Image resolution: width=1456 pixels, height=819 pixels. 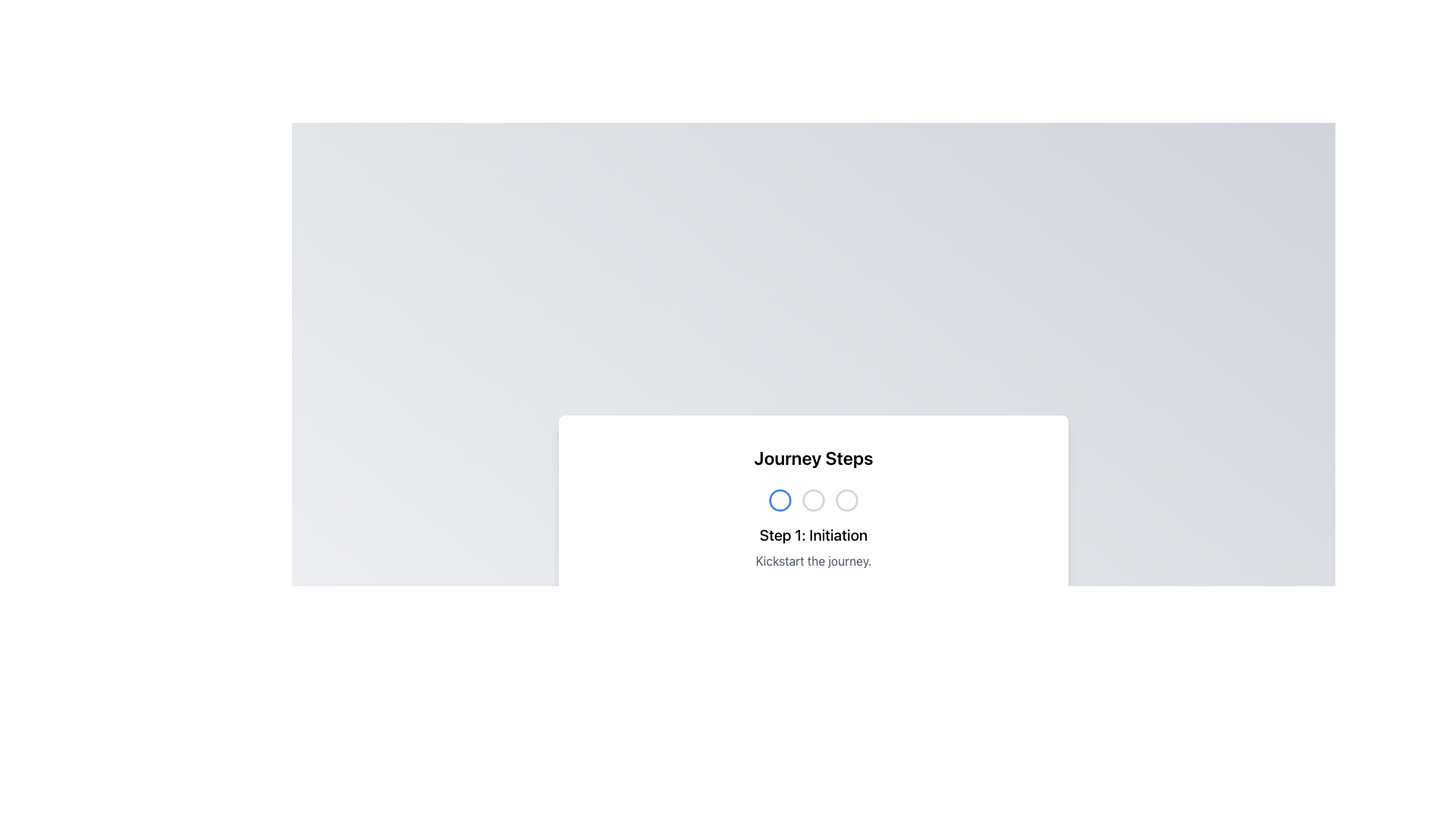 What do you see at coordinates (780, 500) in the screenshot?
I see `the Circular step indicator icon, which is the first in a sequence of three circular icons aligned horizontally under the title 'Journey Steps' and adjacent to 'Step 1: Initiation'` at bounding box center [780, 500].